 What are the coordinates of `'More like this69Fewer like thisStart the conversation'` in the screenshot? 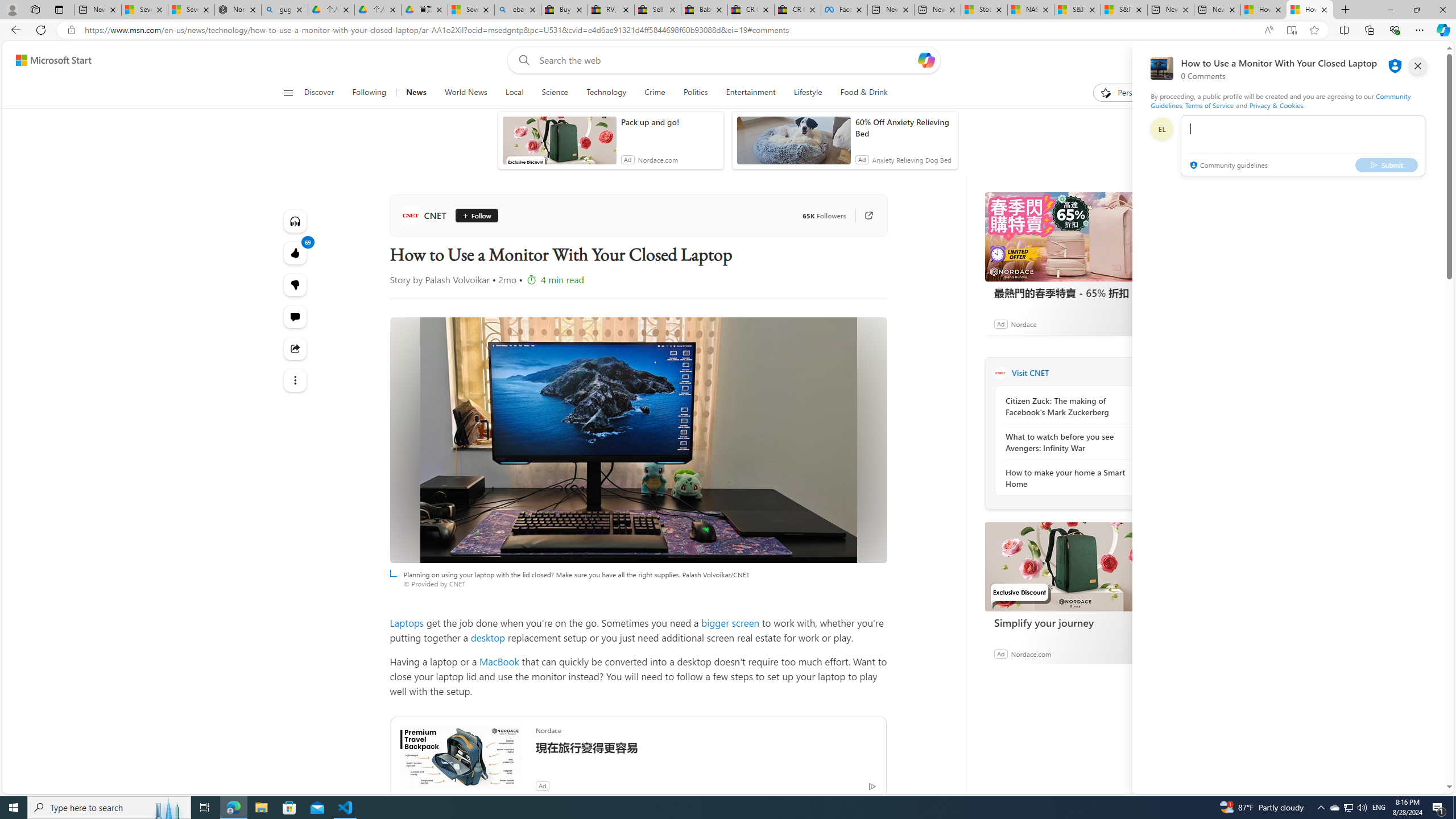 It's located at (295, 285).